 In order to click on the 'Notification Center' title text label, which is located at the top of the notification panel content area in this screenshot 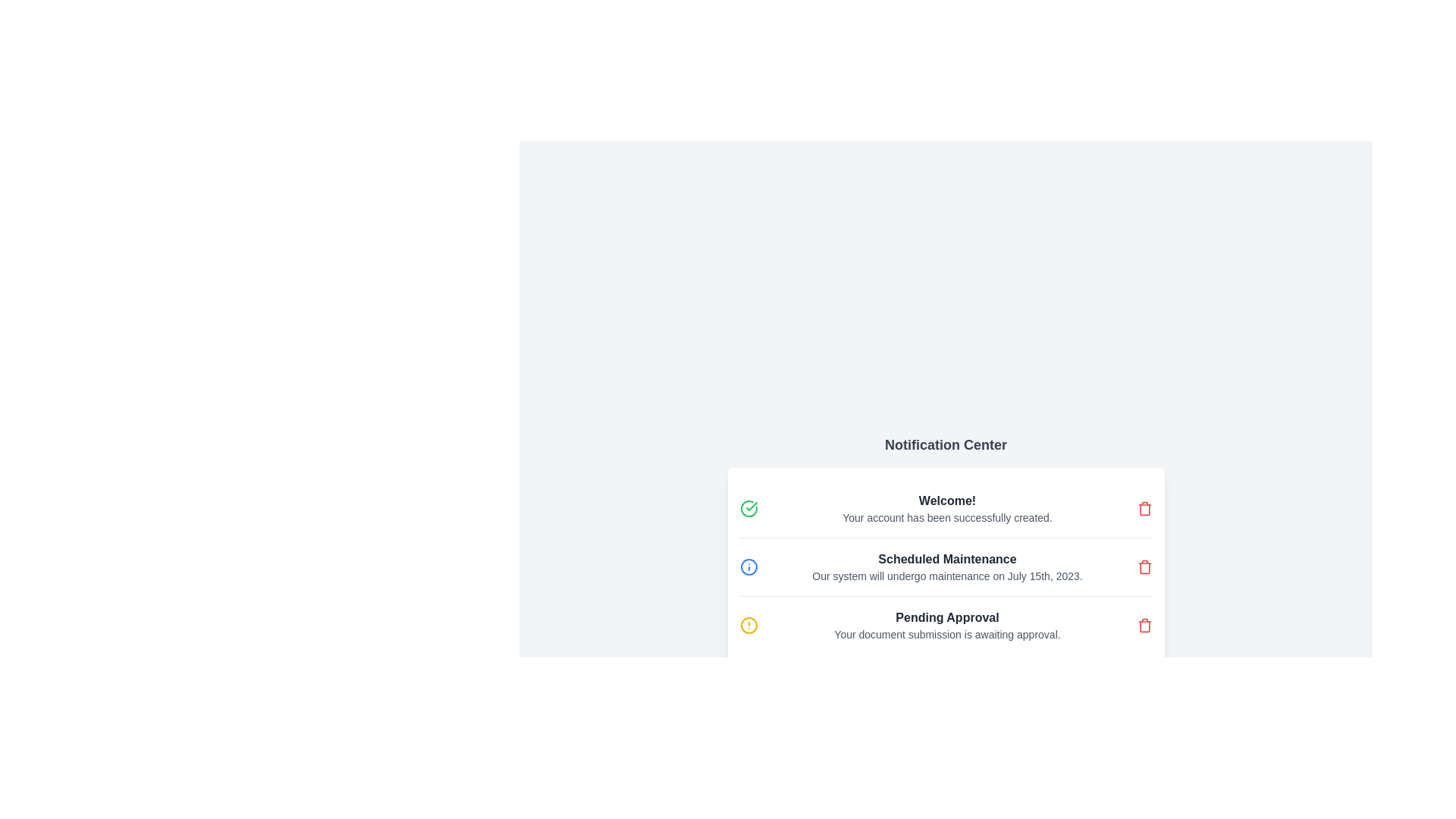, I will do `click(945, 444)`.